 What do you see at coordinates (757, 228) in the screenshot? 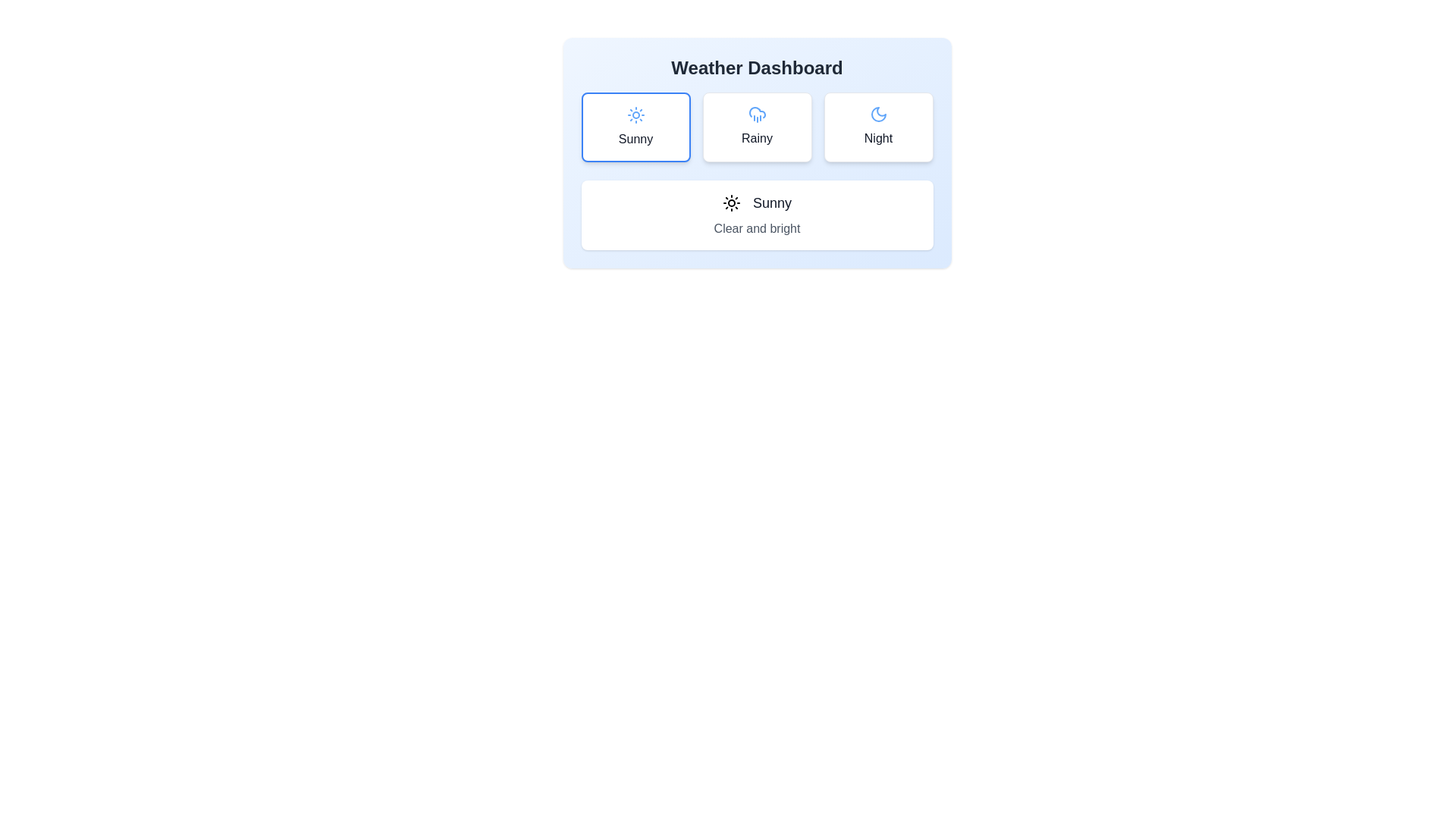
I see `the descriptive text label providing details about the weather condition 'Sunny', which is located within a rectangular card component` at bounding box center [757, 228].